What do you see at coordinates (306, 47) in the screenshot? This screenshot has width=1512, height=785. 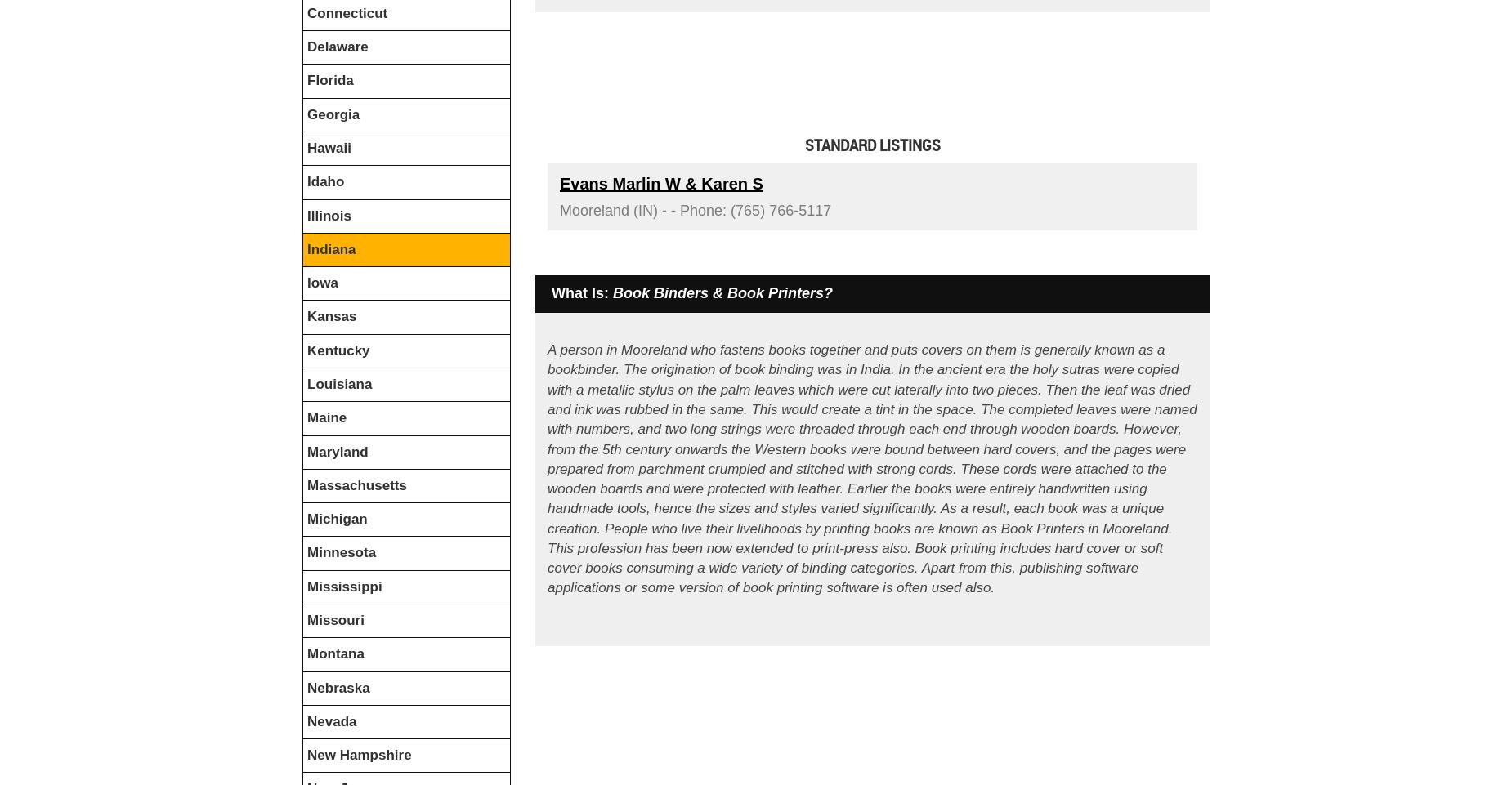 I see `'Delaware'` at bounding box center [306, 47].